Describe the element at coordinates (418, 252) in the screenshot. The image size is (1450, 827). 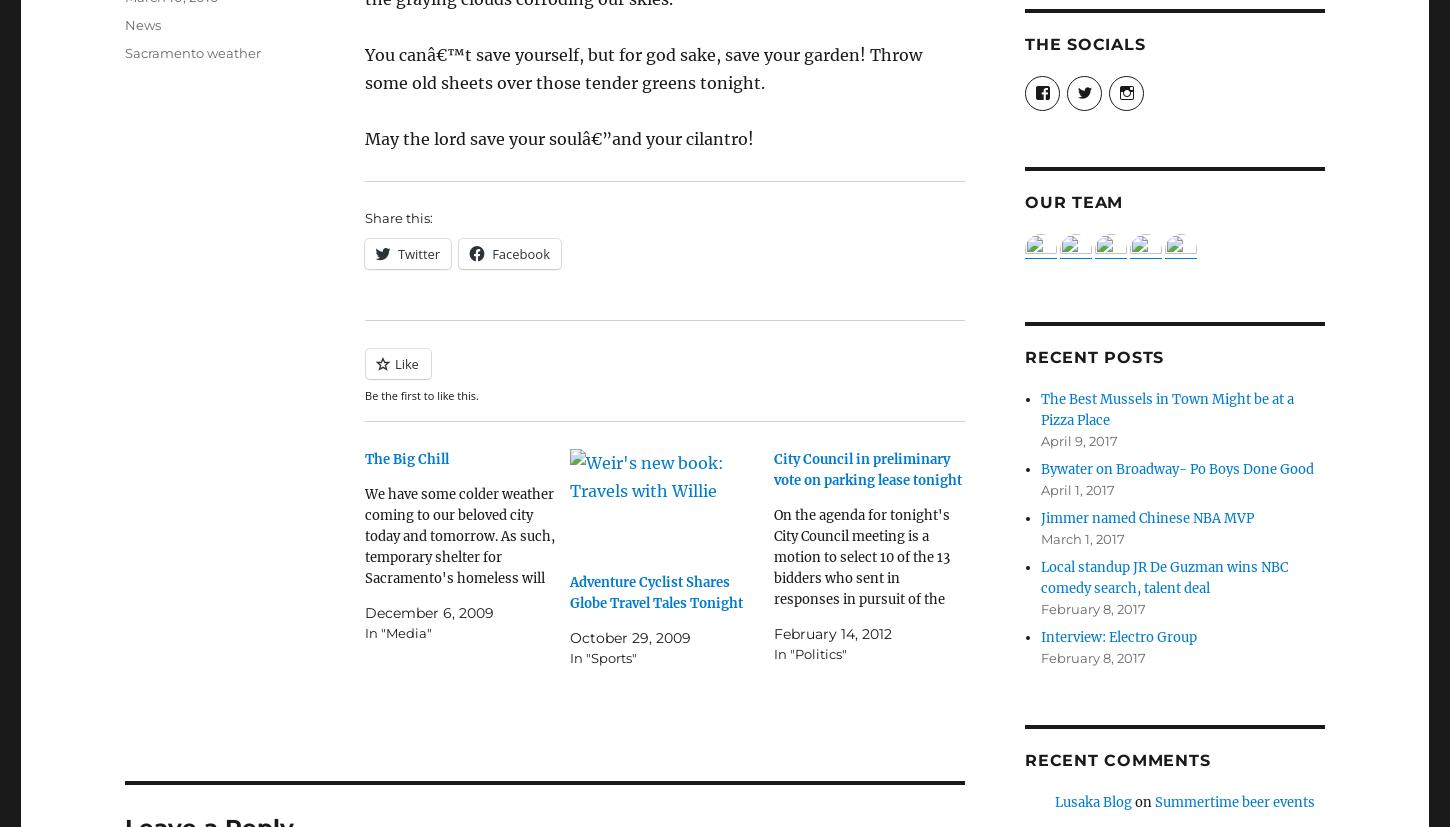
I see `'Twitter'` at that location.